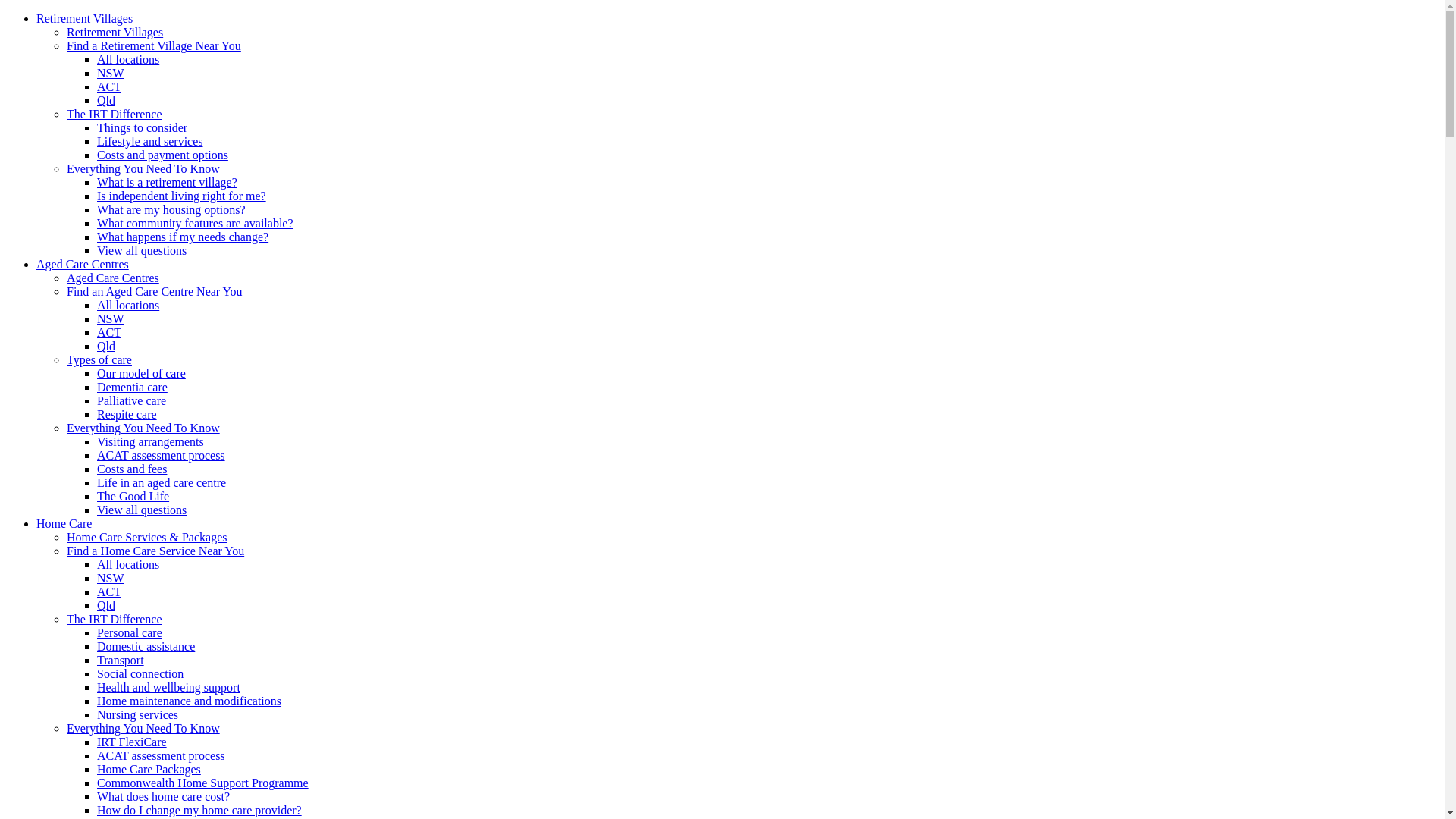 The height and width of the screenshot is (819, 1456). I want to click on 'Retirement Villages', so click(83, 18).